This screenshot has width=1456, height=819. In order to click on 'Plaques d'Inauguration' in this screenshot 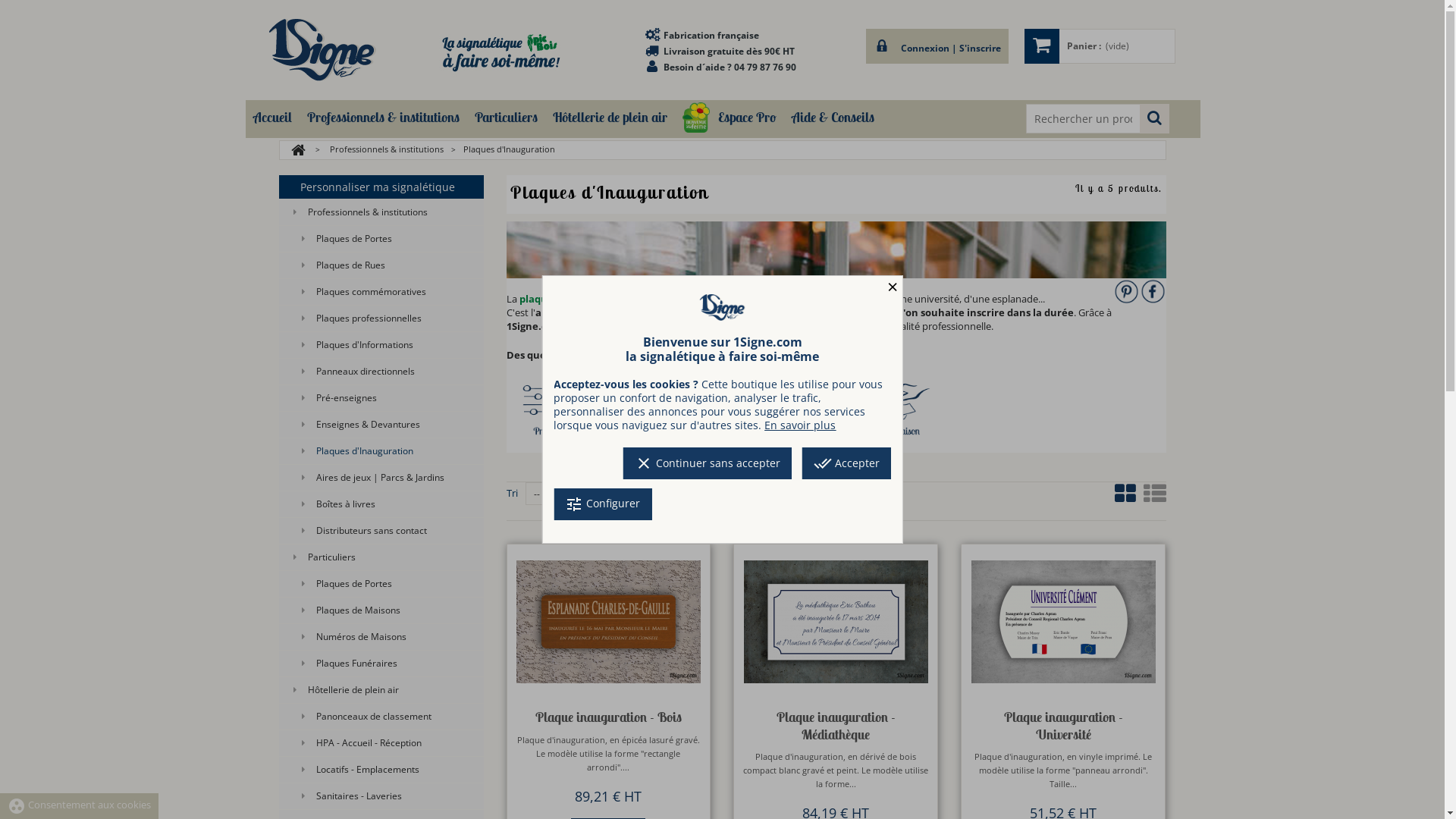, I will do `click(381, 450)`.